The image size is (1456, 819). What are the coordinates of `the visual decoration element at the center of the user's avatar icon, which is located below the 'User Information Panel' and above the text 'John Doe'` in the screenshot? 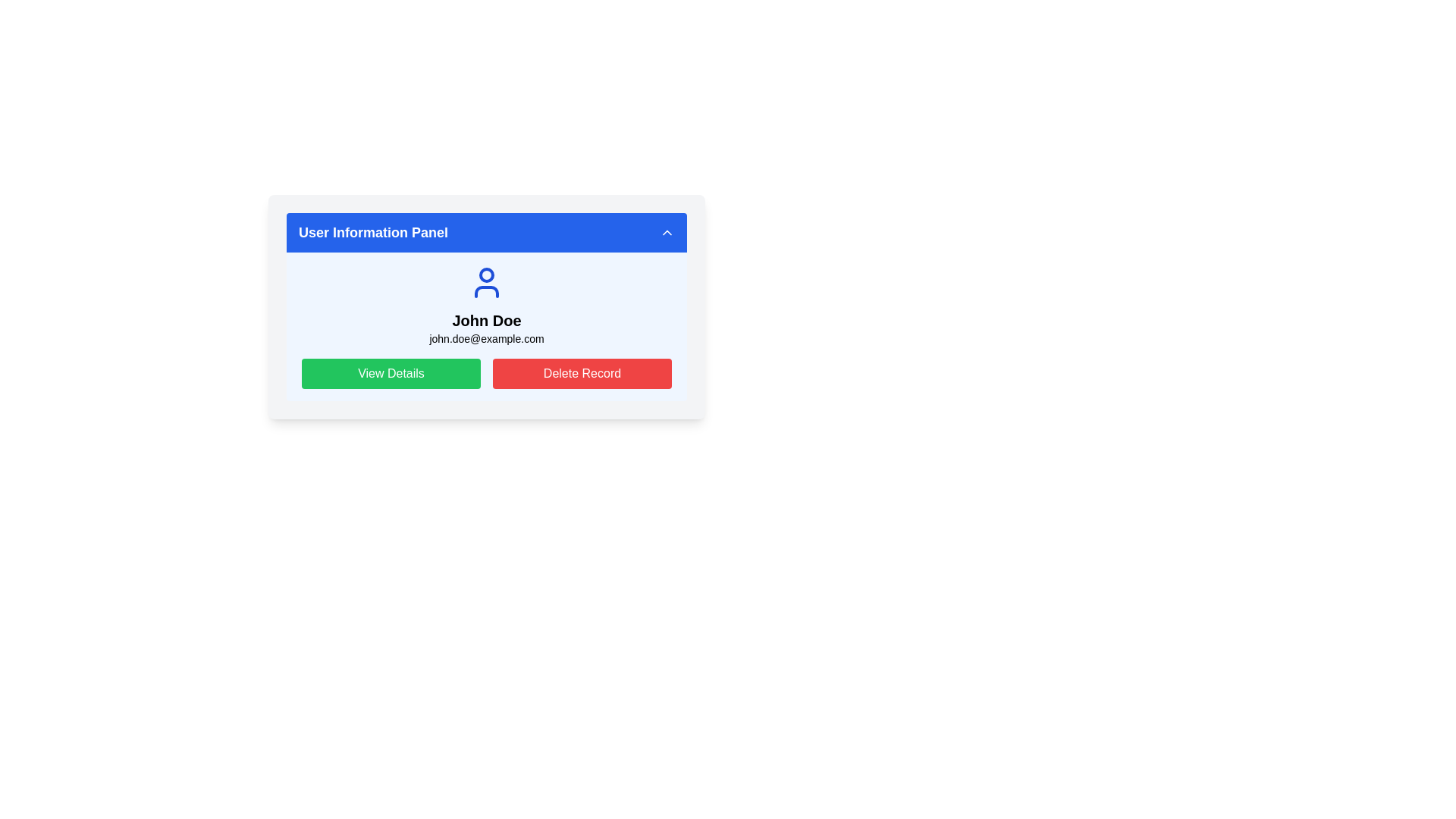 It's located at (487, 275).